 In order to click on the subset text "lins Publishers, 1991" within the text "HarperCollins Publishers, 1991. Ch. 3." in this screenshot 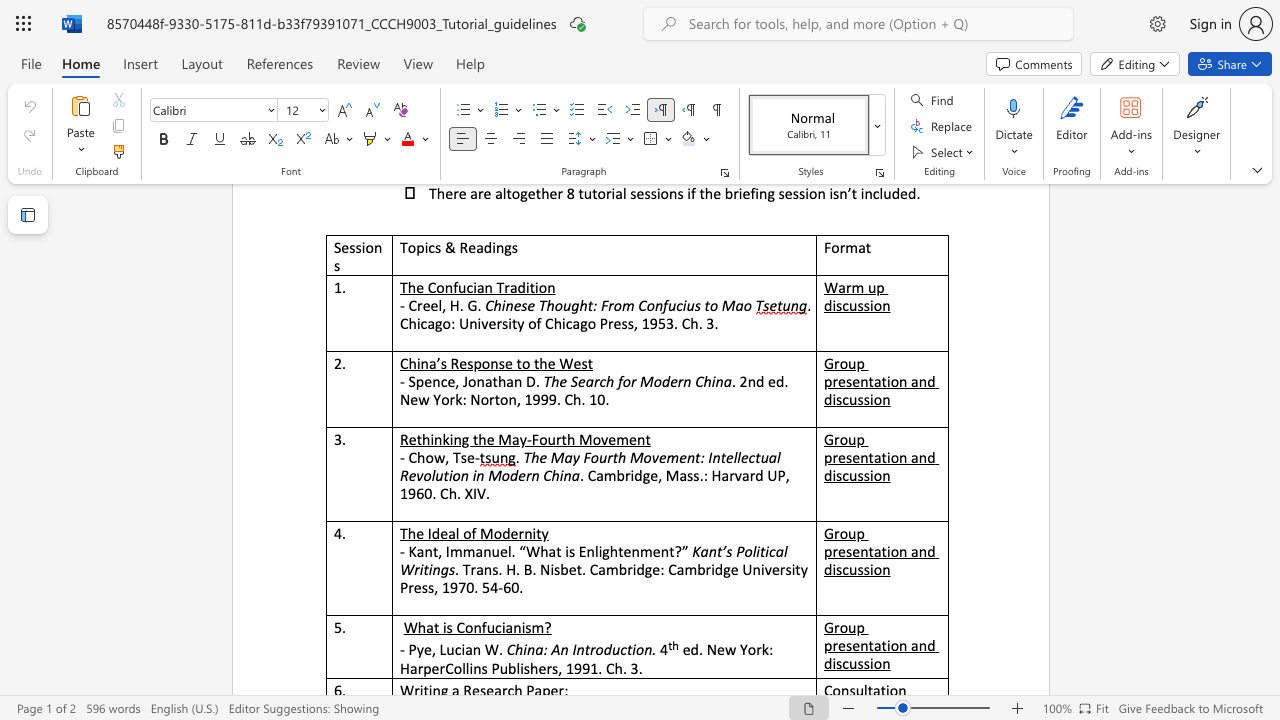, I will do `click(464, 668)`.